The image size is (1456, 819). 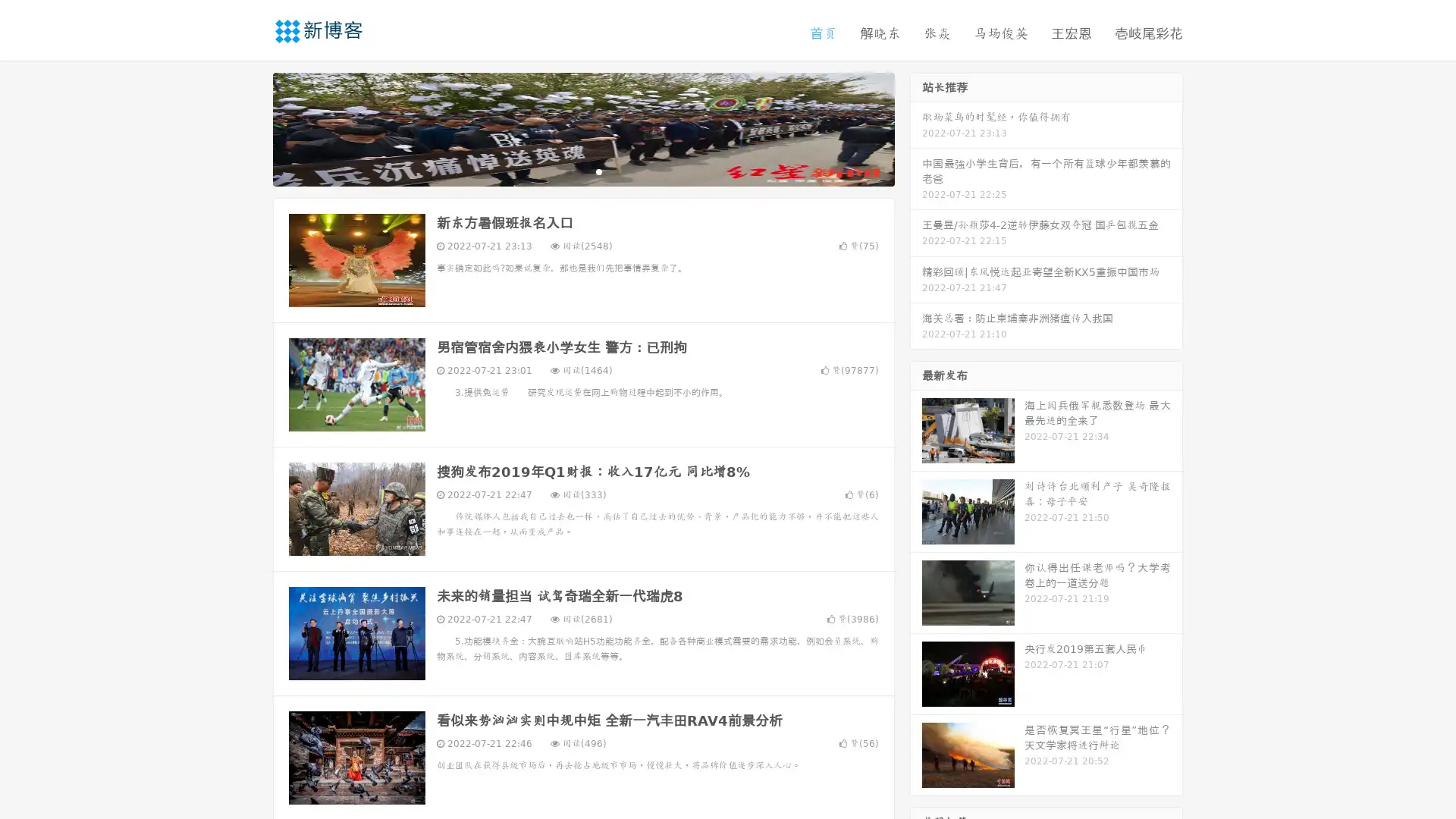 I want to click on Next slide, so click(x=916, y=127).